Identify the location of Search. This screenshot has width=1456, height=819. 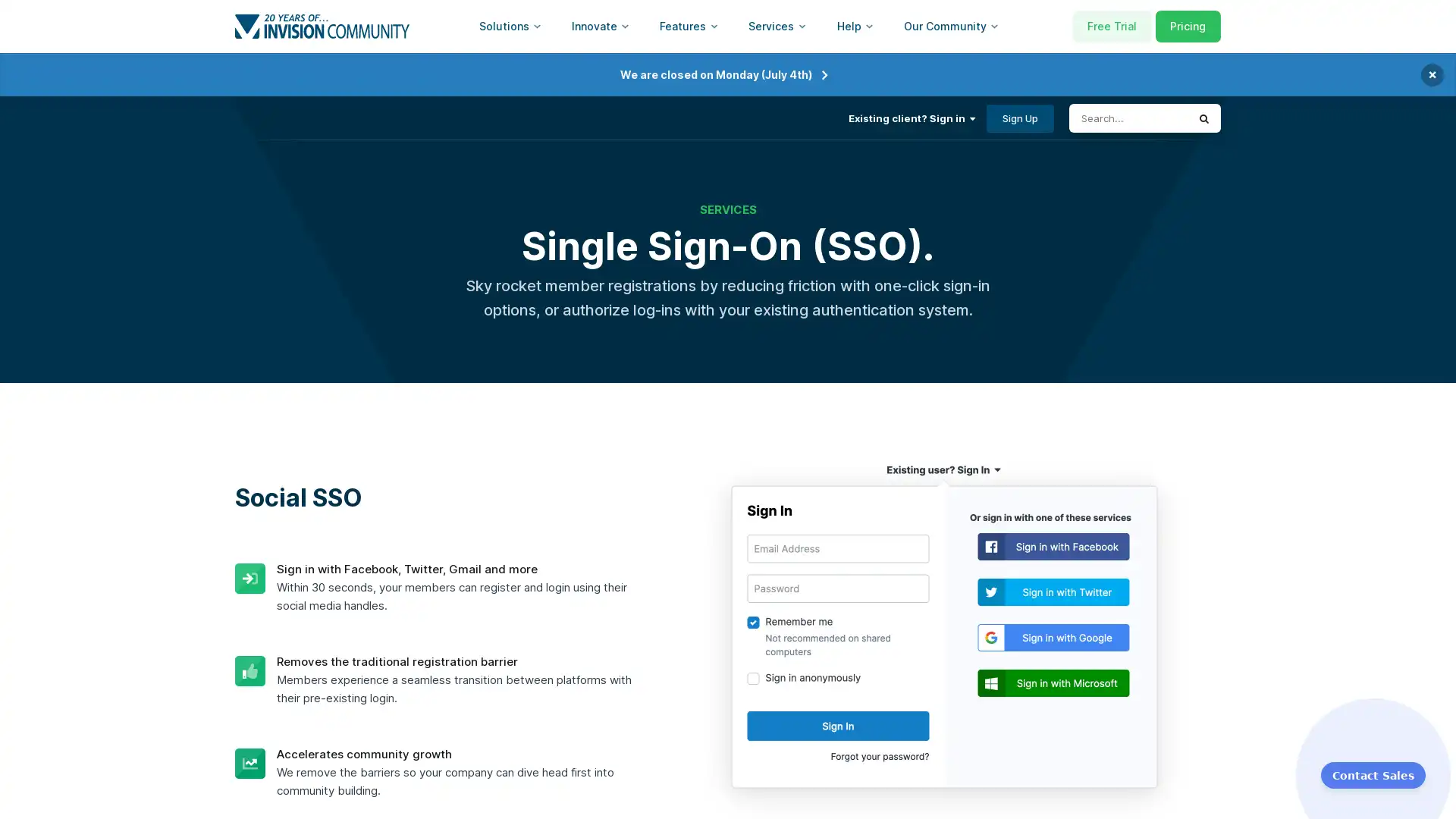
(1203, 117).